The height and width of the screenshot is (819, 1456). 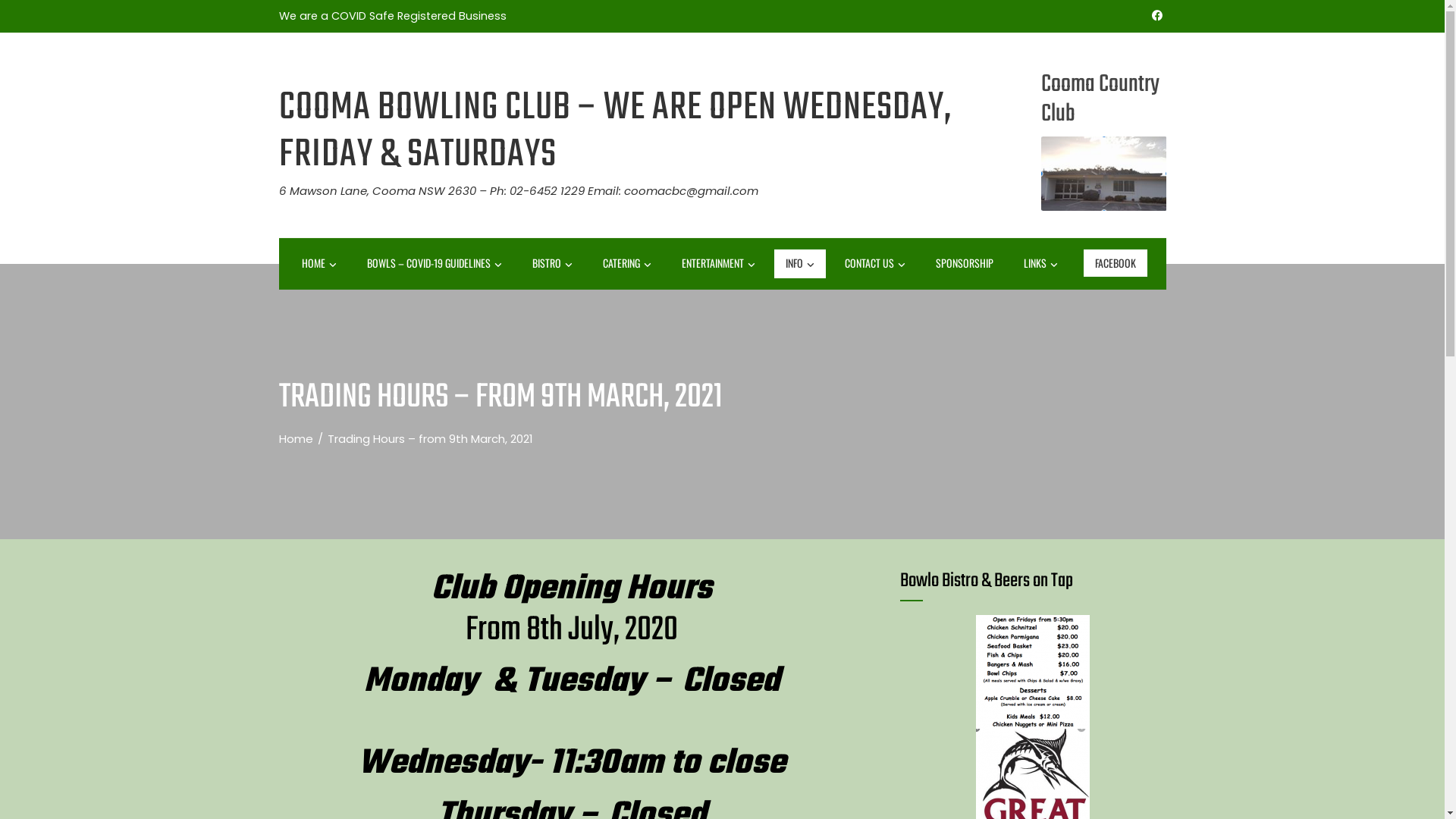 I want to click on 'Home', so click(x=296, y=438).